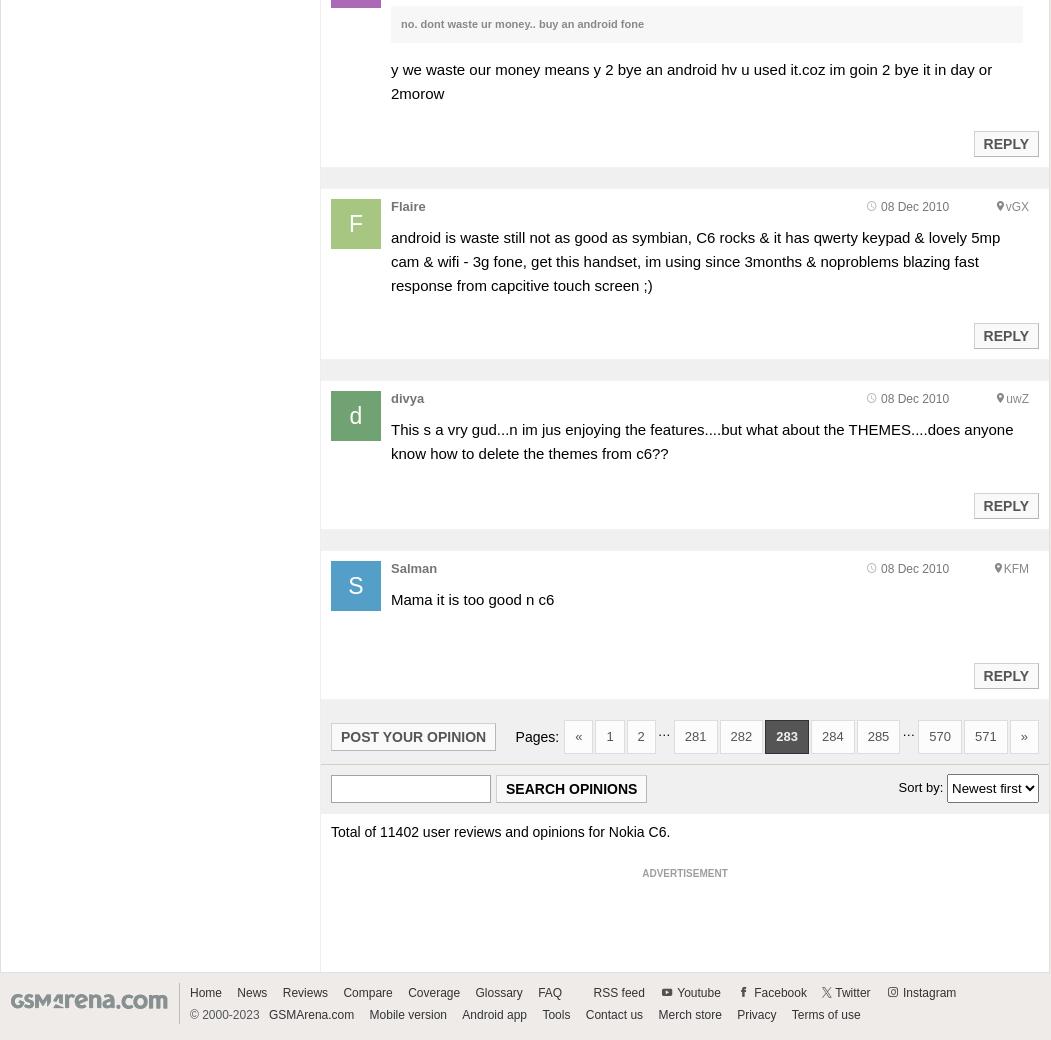 Image resolution: width=1051 pixels, height=1040 pixels. Describe the element at coordinates (939, 736) in the screenshot. I see `'570'` at that location.